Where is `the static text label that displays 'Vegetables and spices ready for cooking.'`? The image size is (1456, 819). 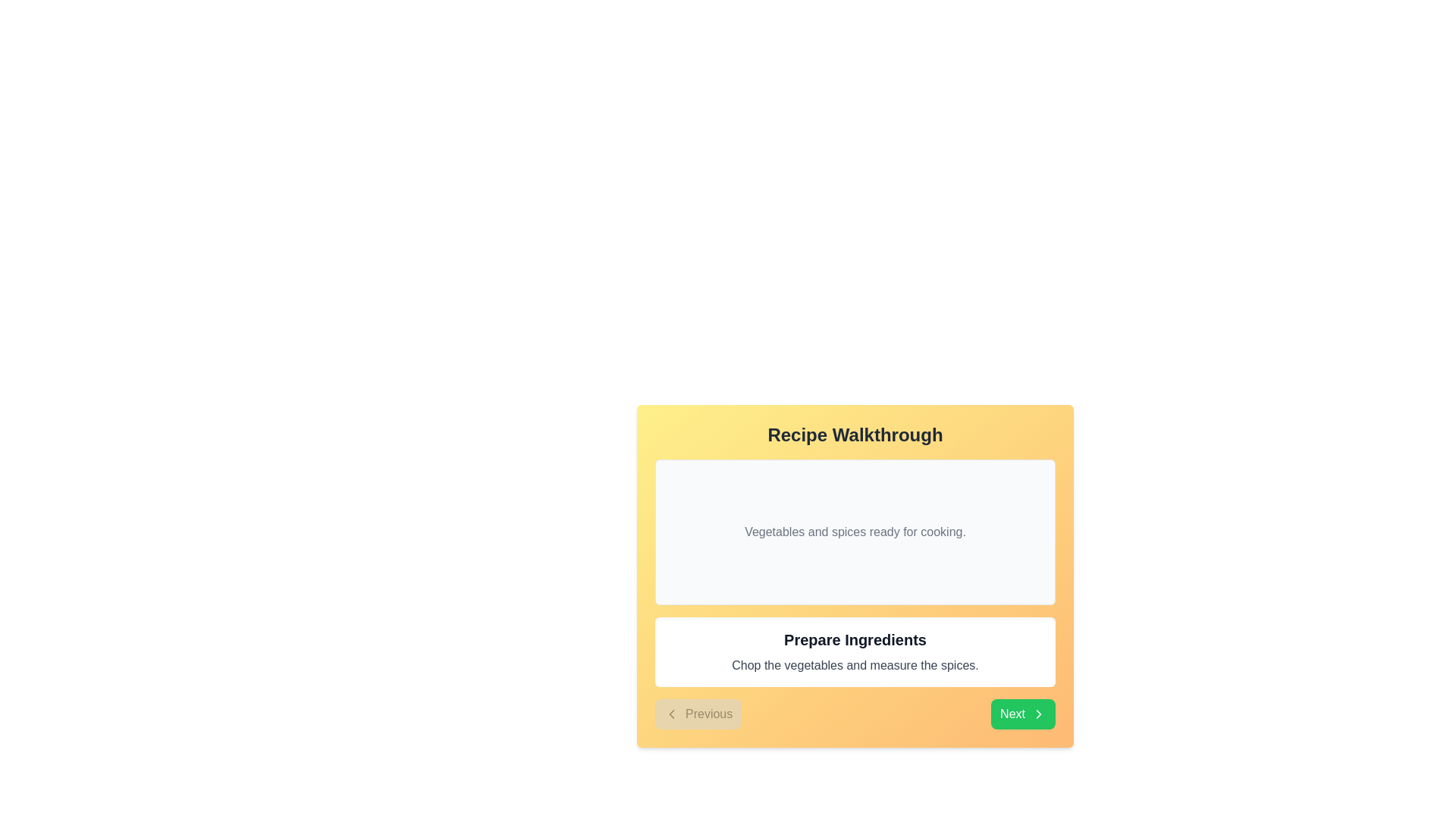 the static text label that displays 'Vegetables and spices ready for cooking.' is located at coordinates (855, 532).